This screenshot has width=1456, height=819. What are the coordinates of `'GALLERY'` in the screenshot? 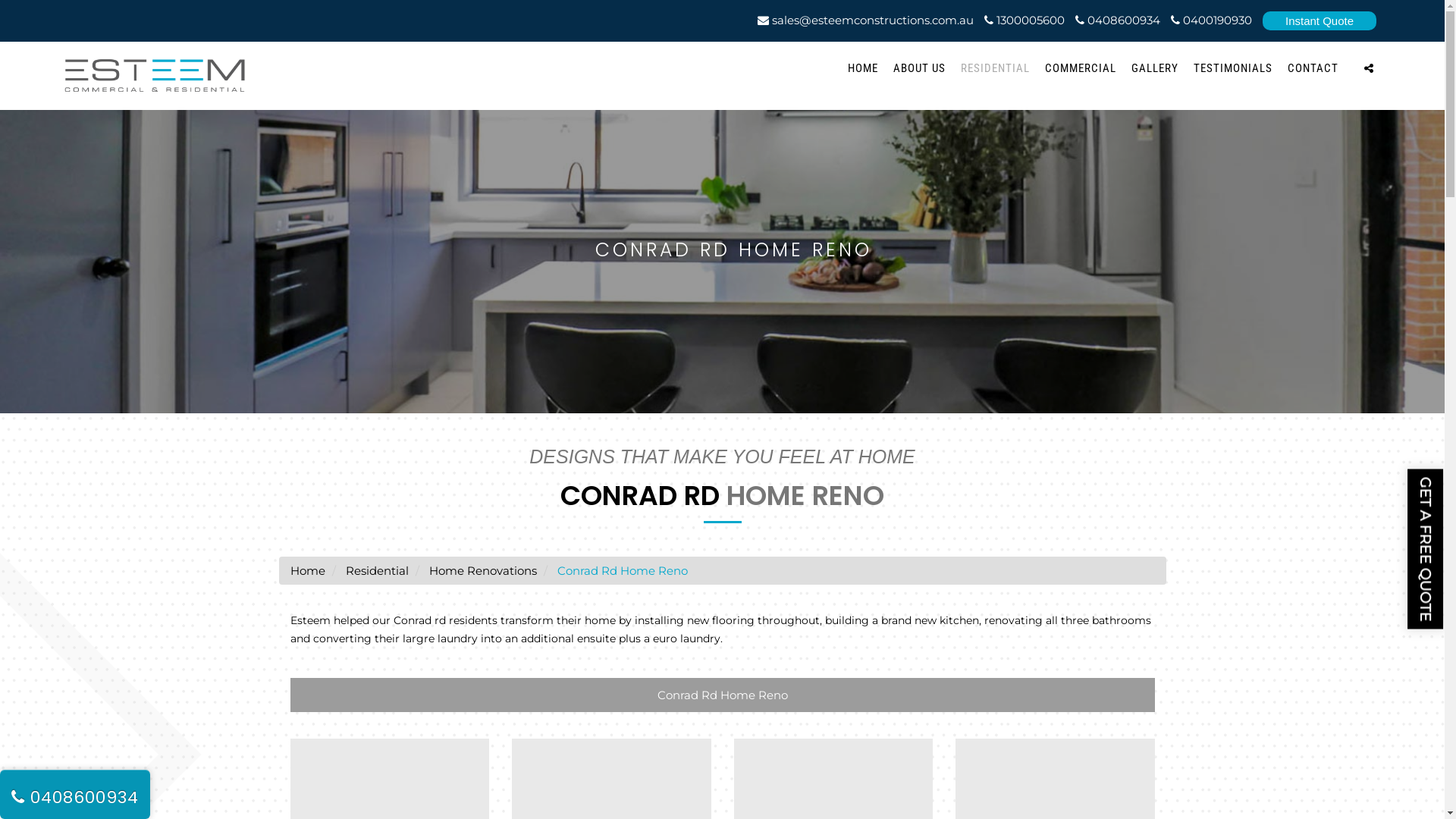 It's located at (1131, 67).